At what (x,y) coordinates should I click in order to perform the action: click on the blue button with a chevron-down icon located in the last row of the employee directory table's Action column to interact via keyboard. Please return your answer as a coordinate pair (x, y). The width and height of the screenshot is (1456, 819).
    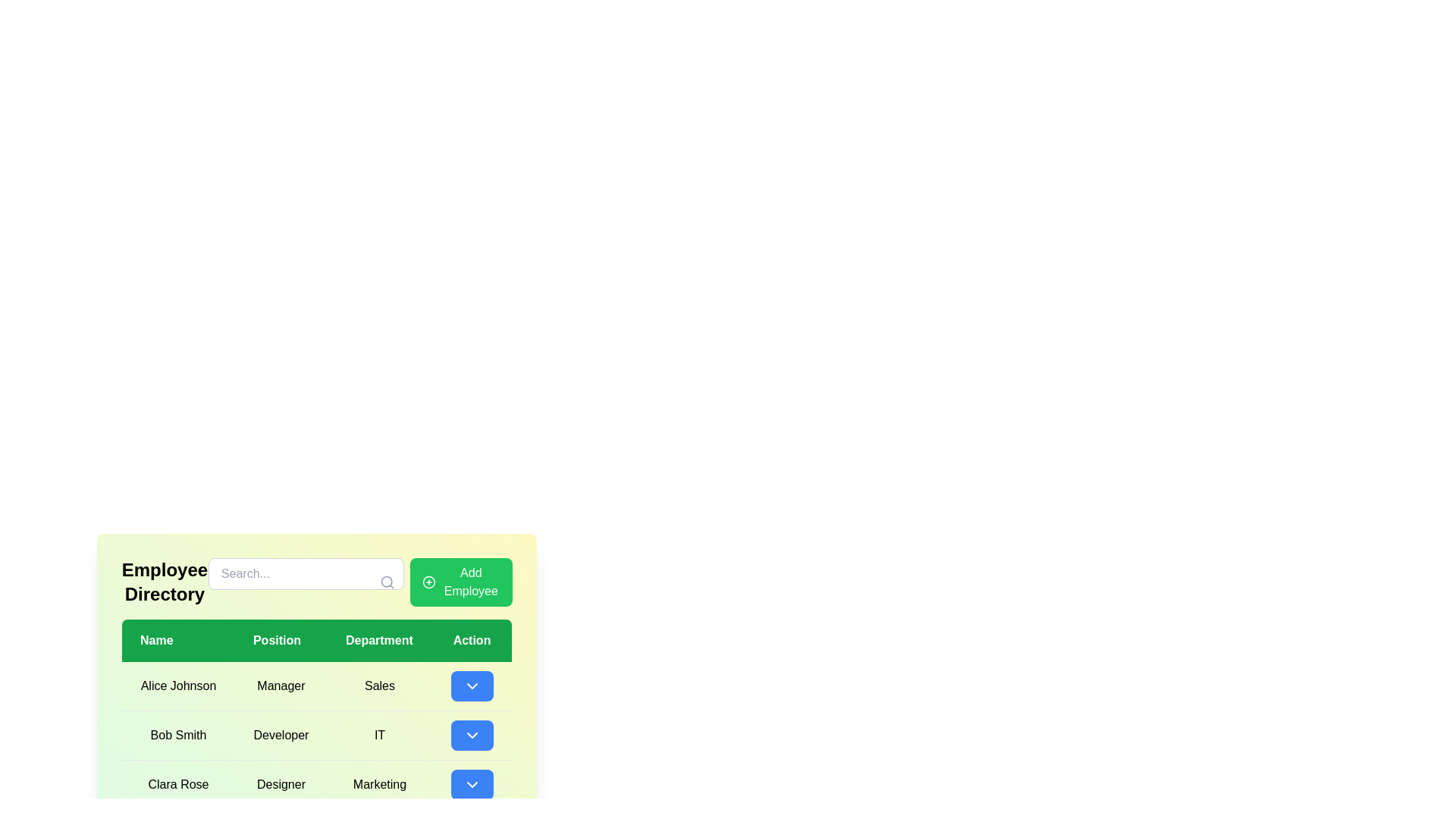
    Looking at the image, I should click on (471, 784).